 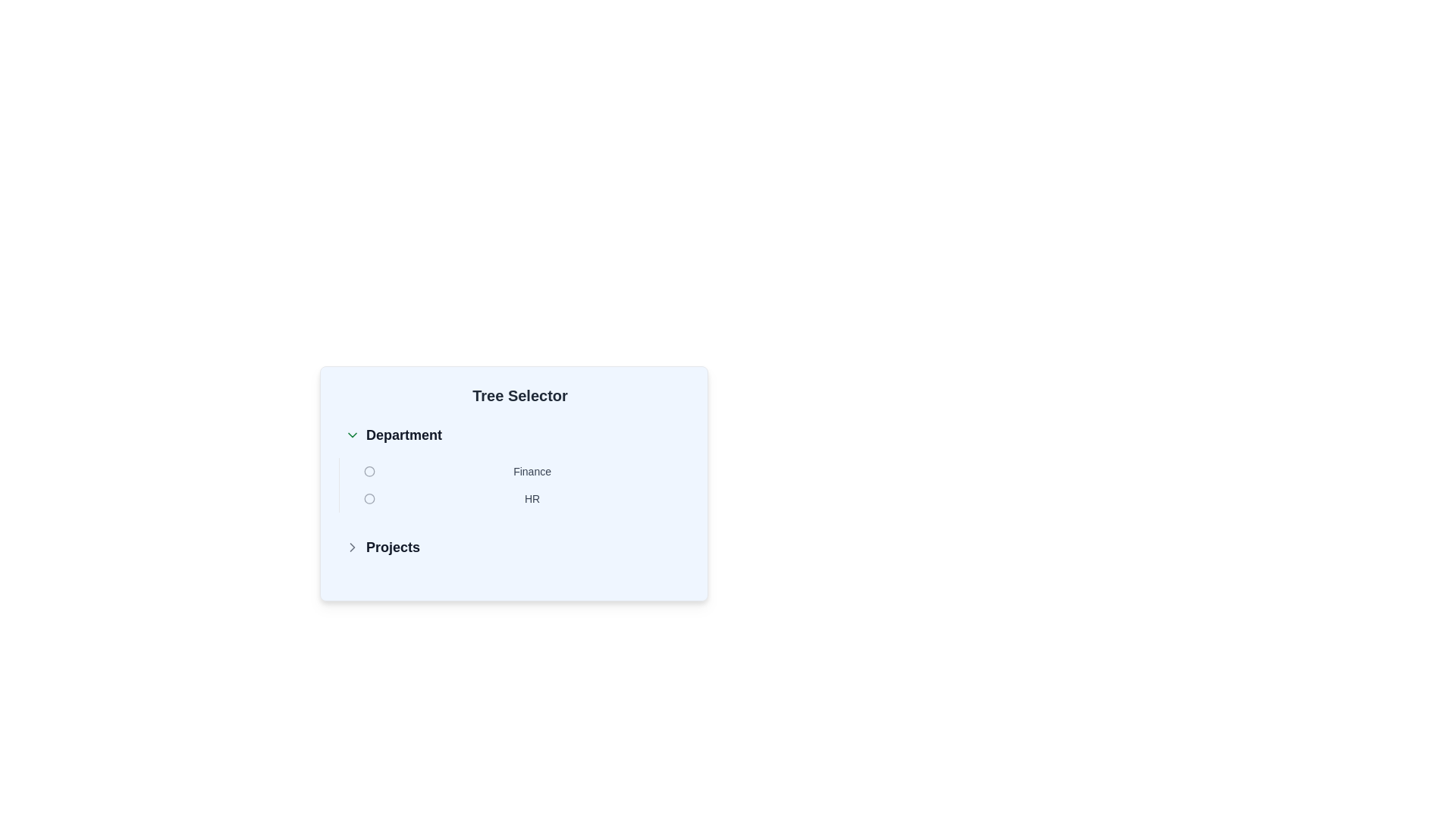 I want to click on text label 'HR' which is styled with a smaller font size and gray color, located under the 'Department' category in the tree selector interface, positioned second below 'Finance', so click(x=532, y=499).